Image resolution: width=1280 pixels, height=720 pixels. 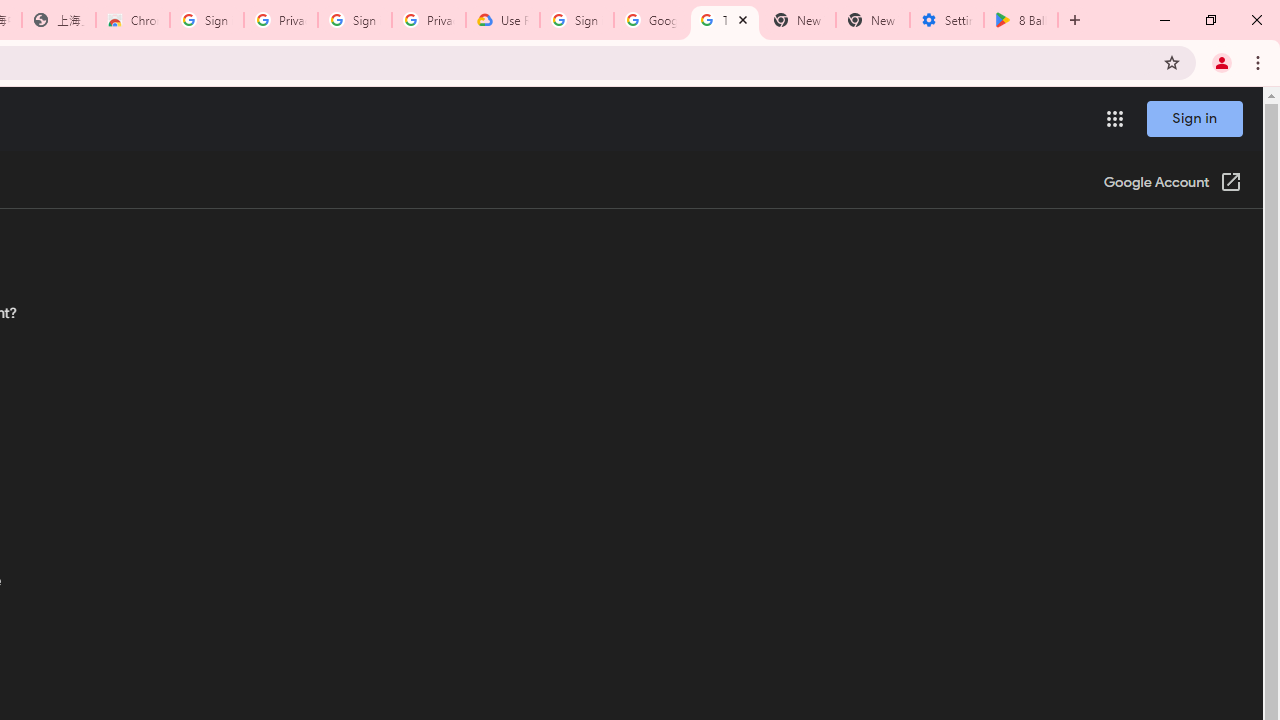 What do you see at coordinates (576, 20) in the screenshot?
I see `'Sign in - Google Accounts'` at bounding box center [576, 20].